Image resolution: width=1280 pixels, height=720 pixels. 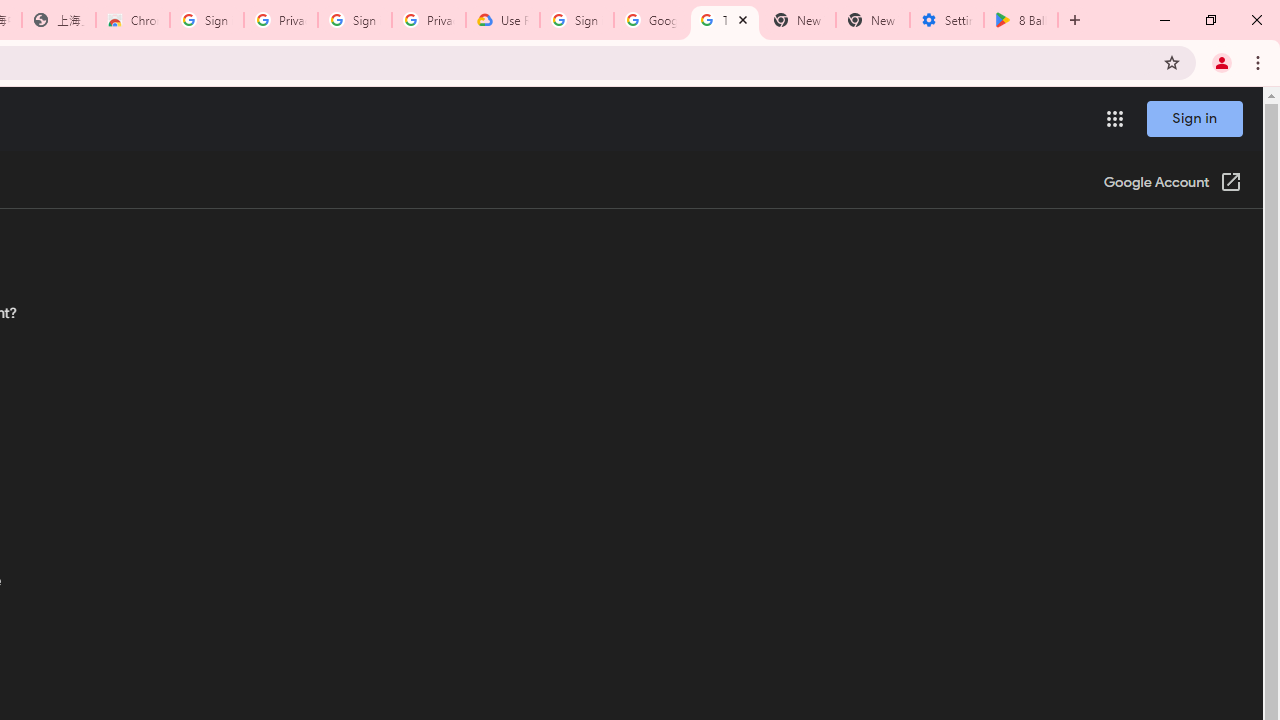 What do you see at coordinates (576, 20) in the screenshot?
I see `'Sign in - Google Accounts'` at bounding box center [576, 20].